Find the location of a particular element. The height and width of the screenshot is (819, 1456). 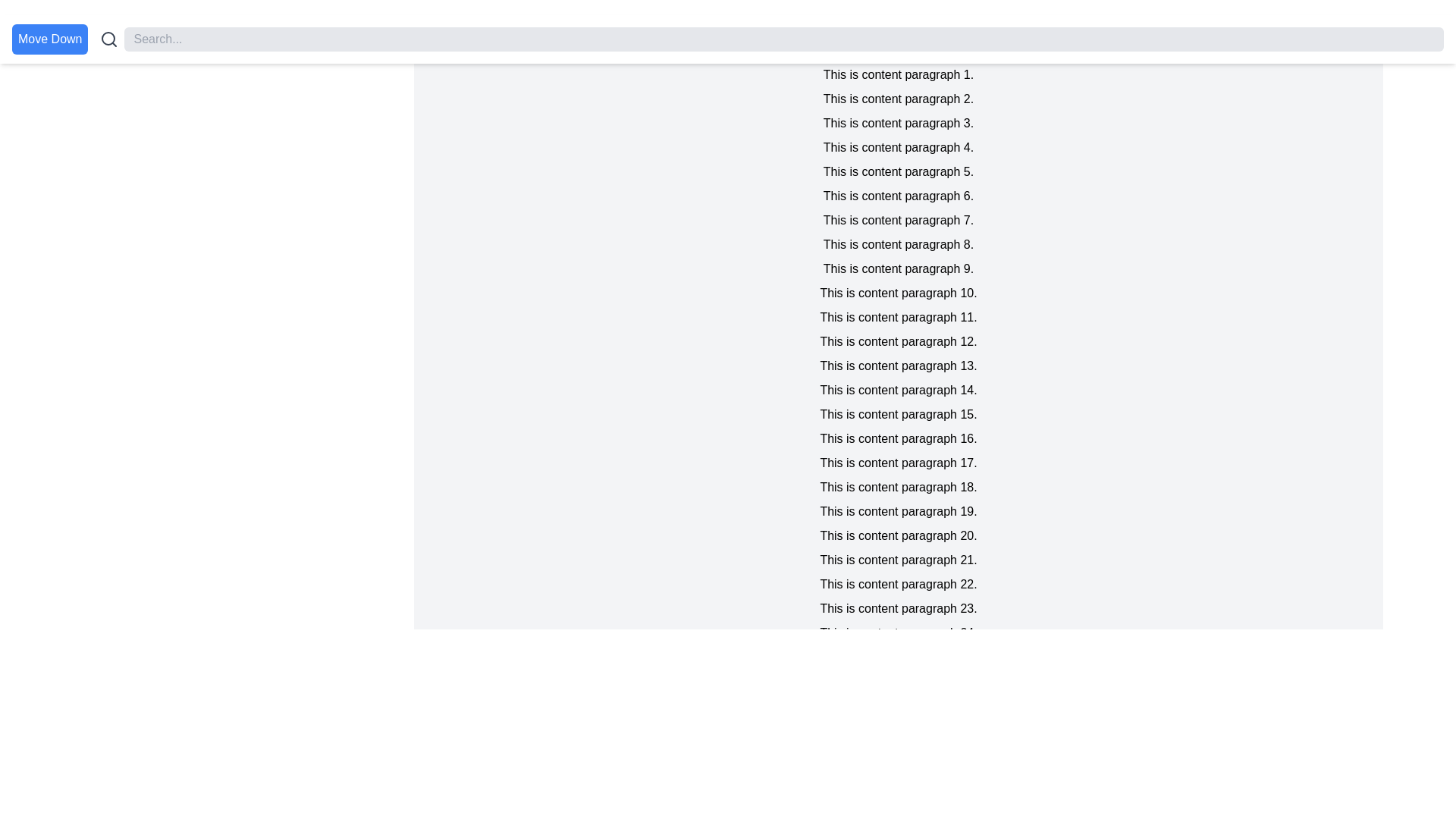

the static text paragraph displaying 'This is content paragraph 2.', which is located between 'This is content paragraph 1.' and 'This is content paragraph 3.' is located at coordinates (899, 99).